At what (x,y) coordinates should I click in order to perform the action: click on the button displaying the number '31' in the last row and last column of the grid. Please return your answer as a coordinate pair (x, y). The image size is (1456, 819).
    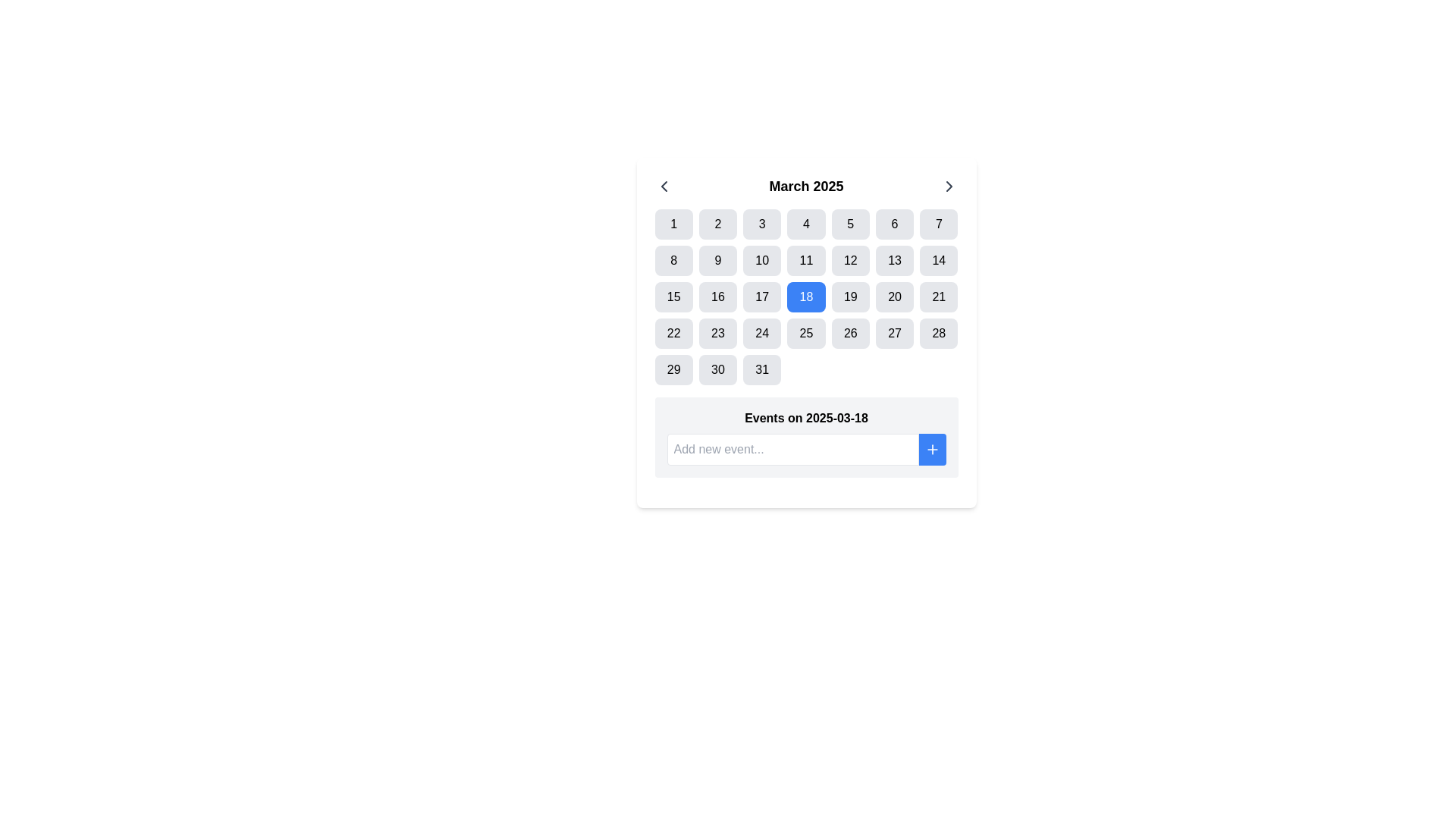
    Looking at the image, I should click on (762, 370).